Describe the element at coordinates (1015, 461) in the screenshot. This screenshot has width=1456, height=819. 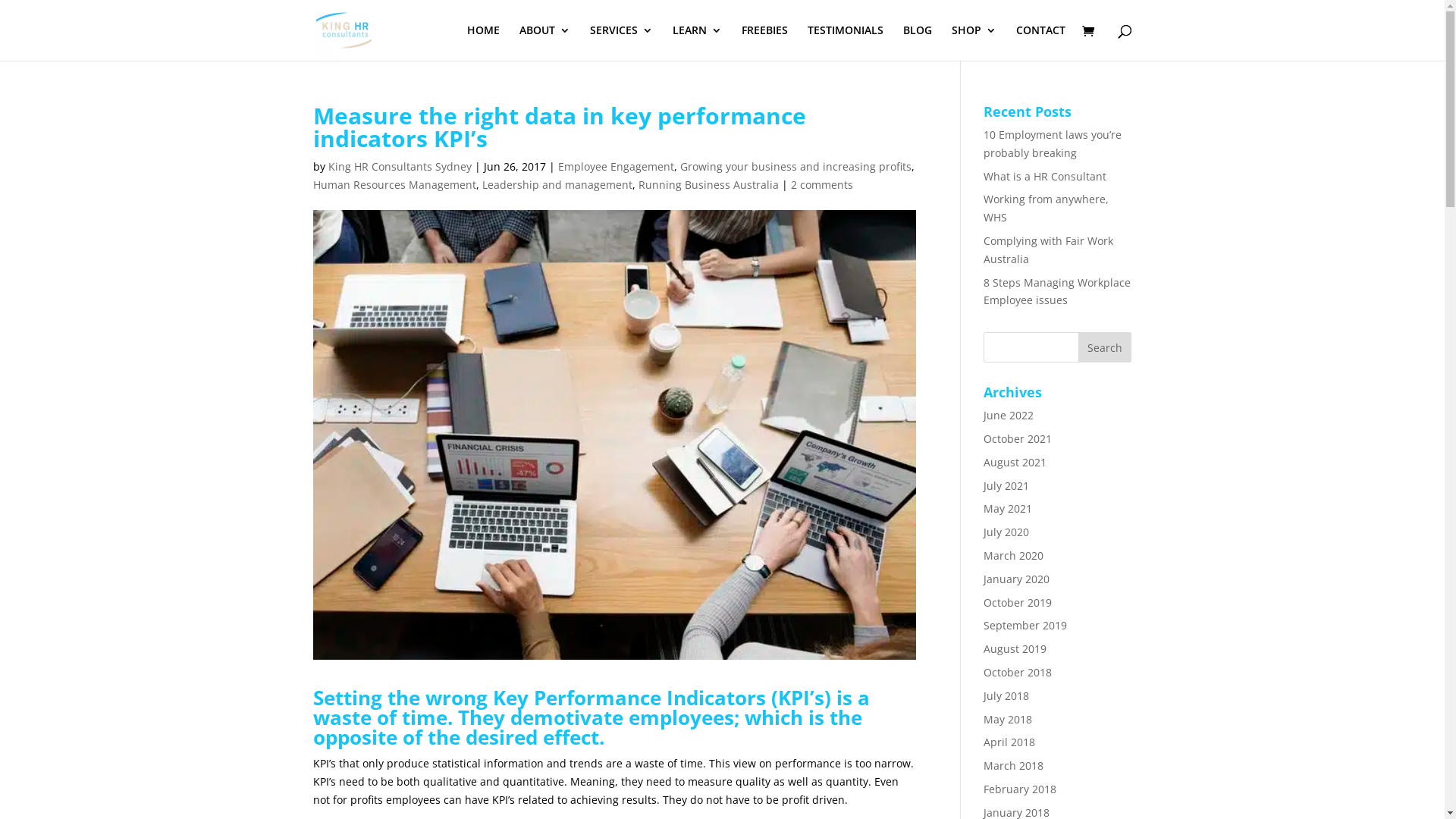
I see `'August 2021'` at that location.